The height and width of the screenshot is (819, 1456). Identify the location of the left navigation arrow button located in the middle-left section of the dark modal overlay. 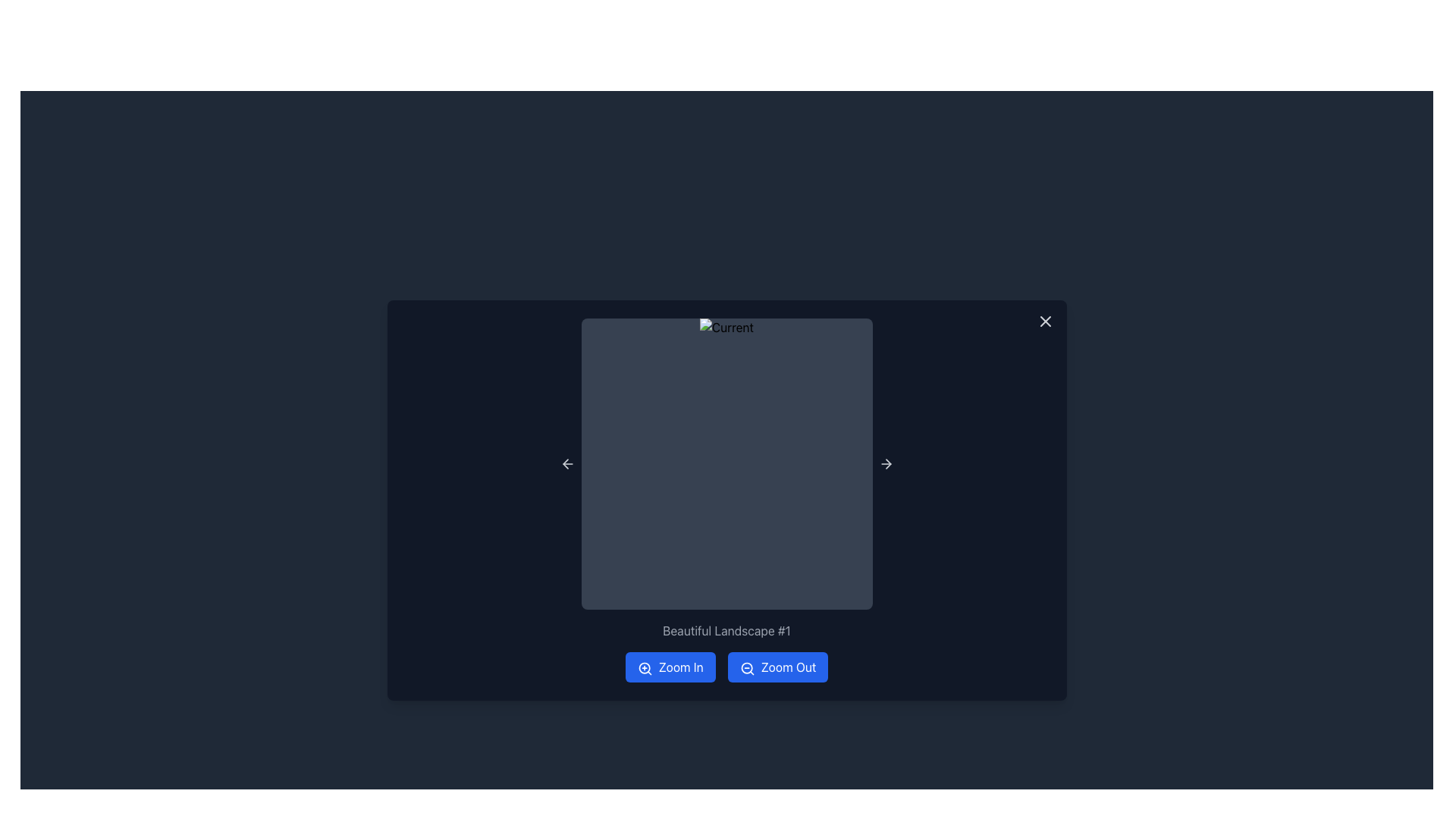
(566, 463).